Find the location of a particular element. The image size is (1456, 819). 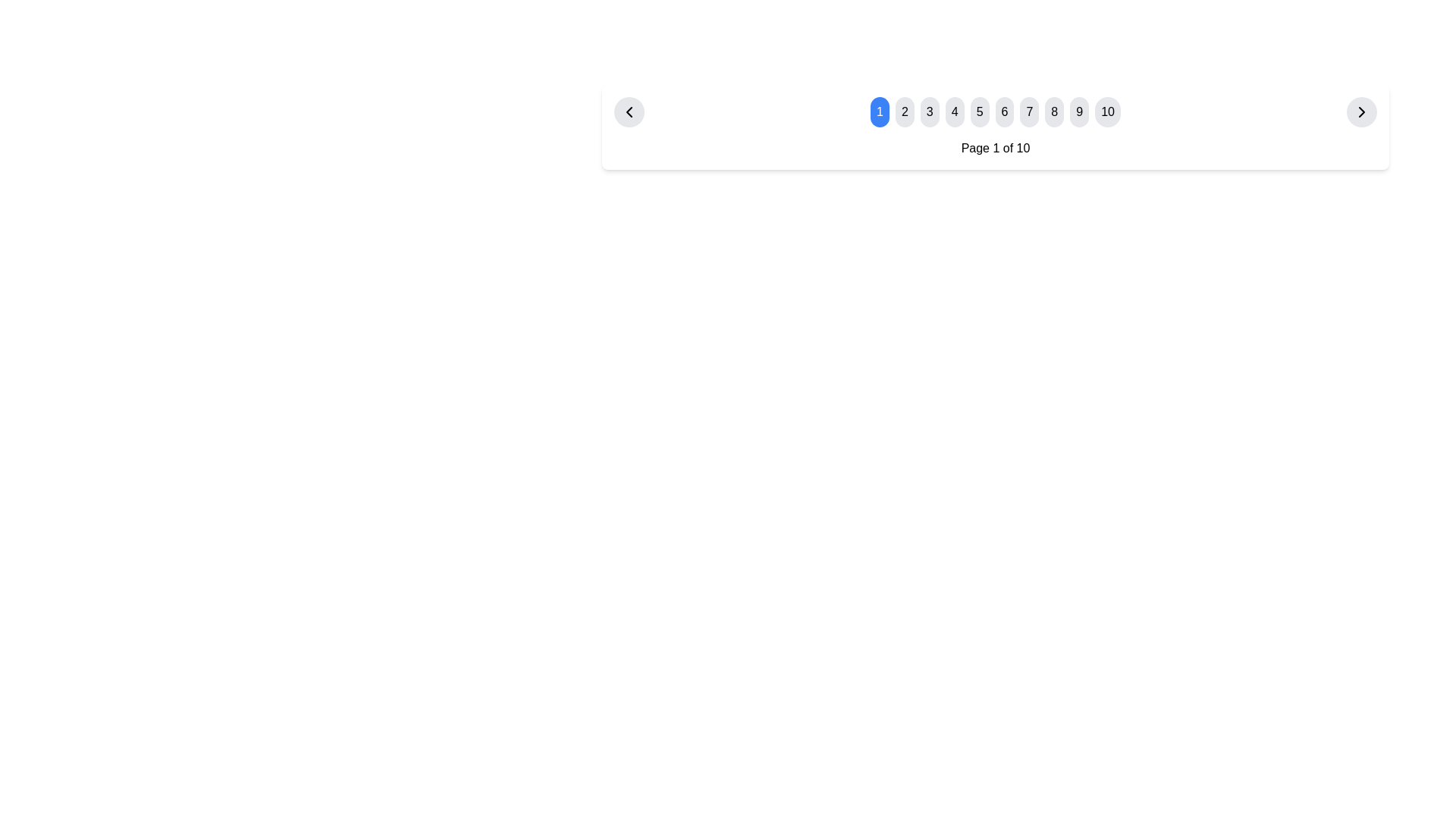

the circular button displaying the number '2' for keyboard navigation is located at coordinates (905, 111).